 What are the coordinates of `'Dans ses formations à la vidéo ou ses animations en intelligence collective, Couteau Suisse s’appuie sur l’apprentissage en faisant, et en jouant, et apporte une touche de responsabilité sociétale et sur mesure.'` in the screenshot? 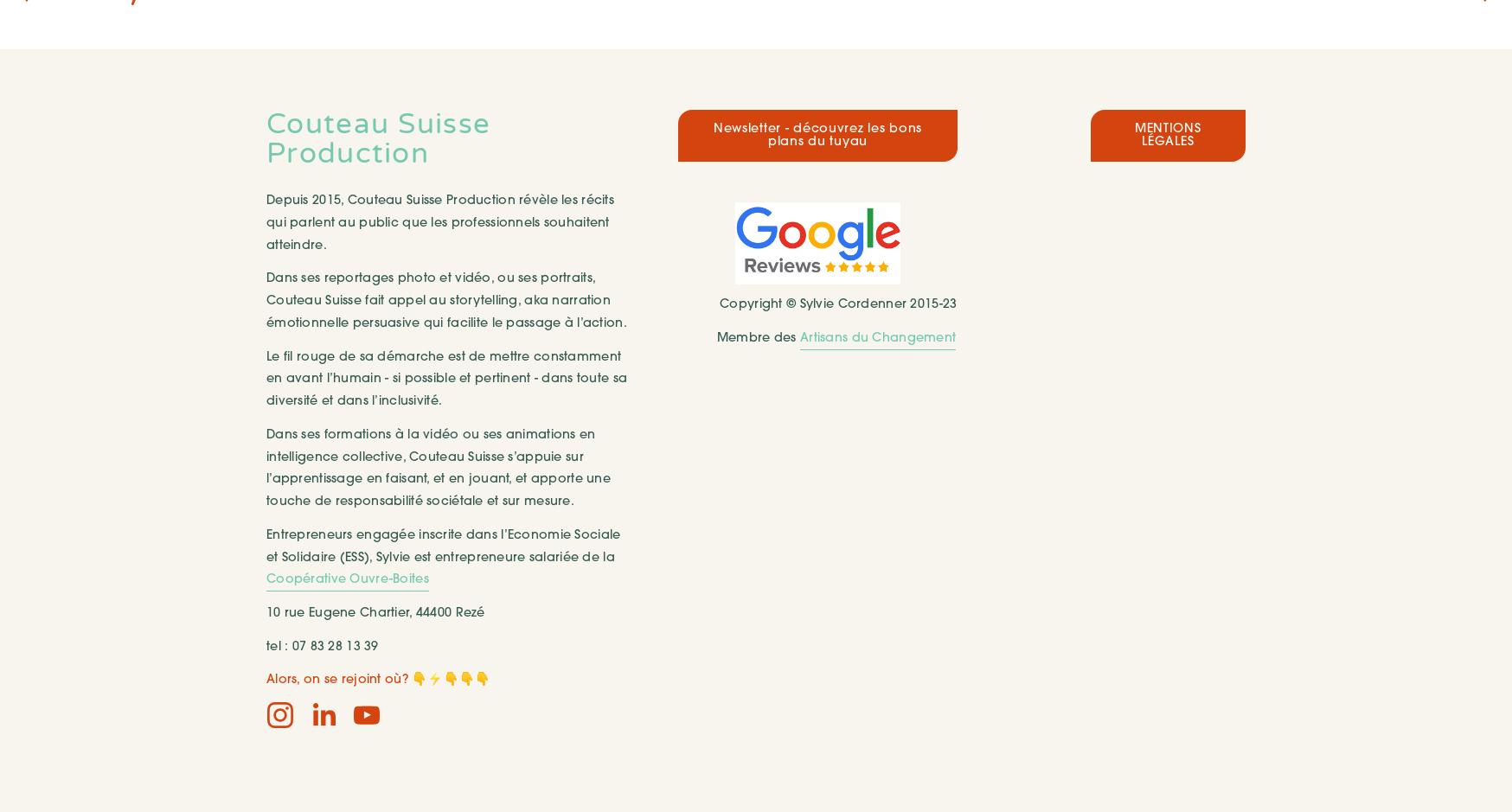 It's located at (439, 468).